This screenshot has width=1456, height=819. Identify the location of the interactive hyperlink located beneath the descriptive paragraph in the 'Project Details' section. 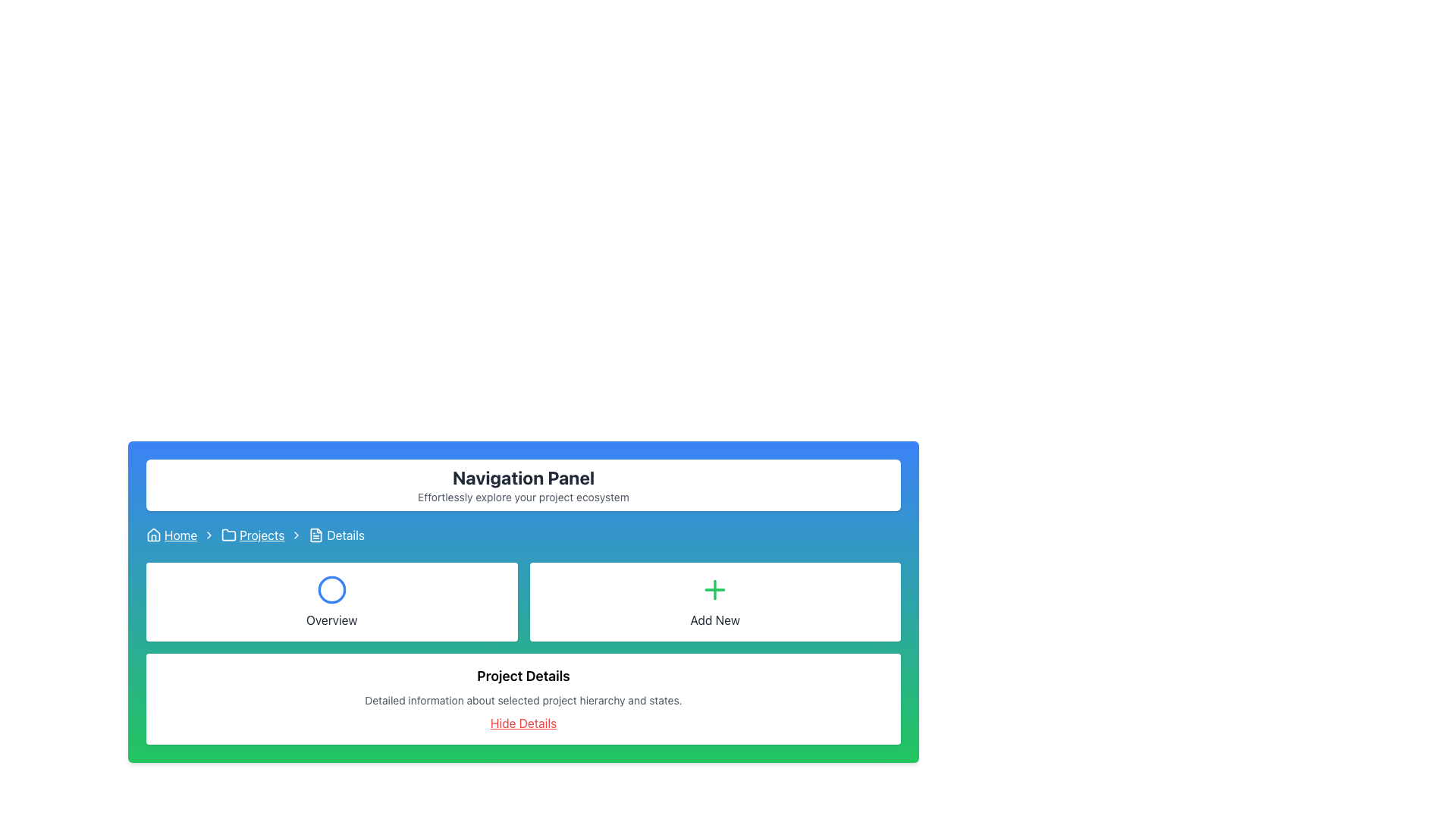
(523, 722).